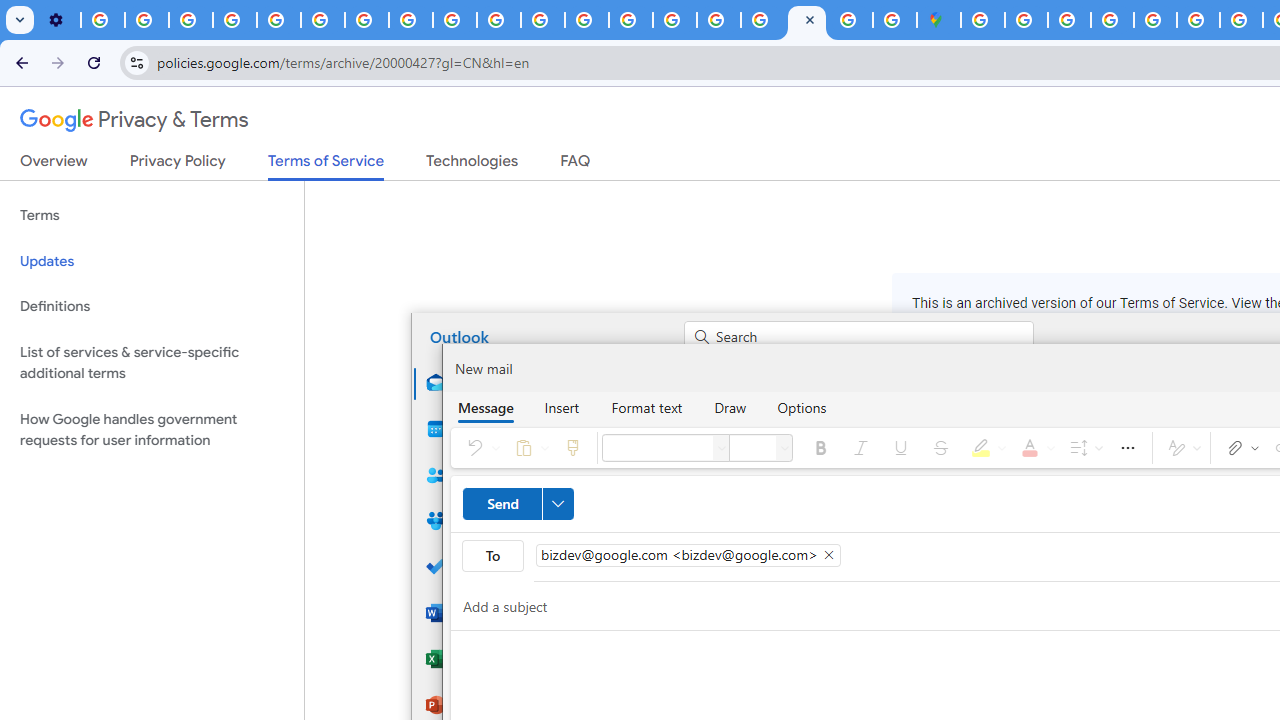 Image resolution: width=1280 pixels, height=720 pixels. I want to click on 'Paste', so click(528, 446).